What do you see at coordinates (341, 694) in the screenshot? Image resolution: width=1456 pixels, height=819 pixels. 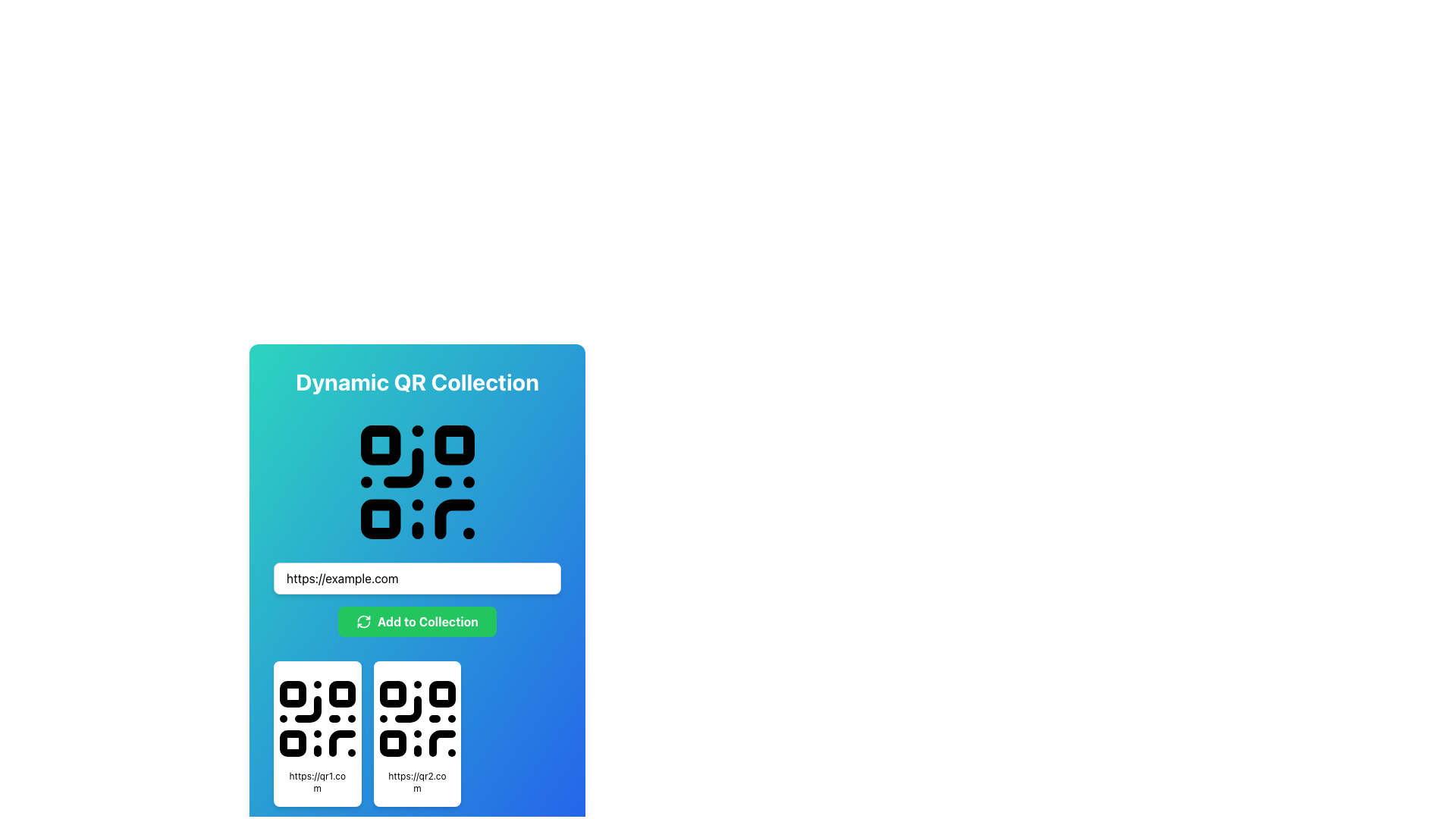 I see `the small rectangular shape located at the top right corner of the QR code structure on the left card, which is one of the three main dark blocks forming part of the QR code design` at bounding box center [341, 694].